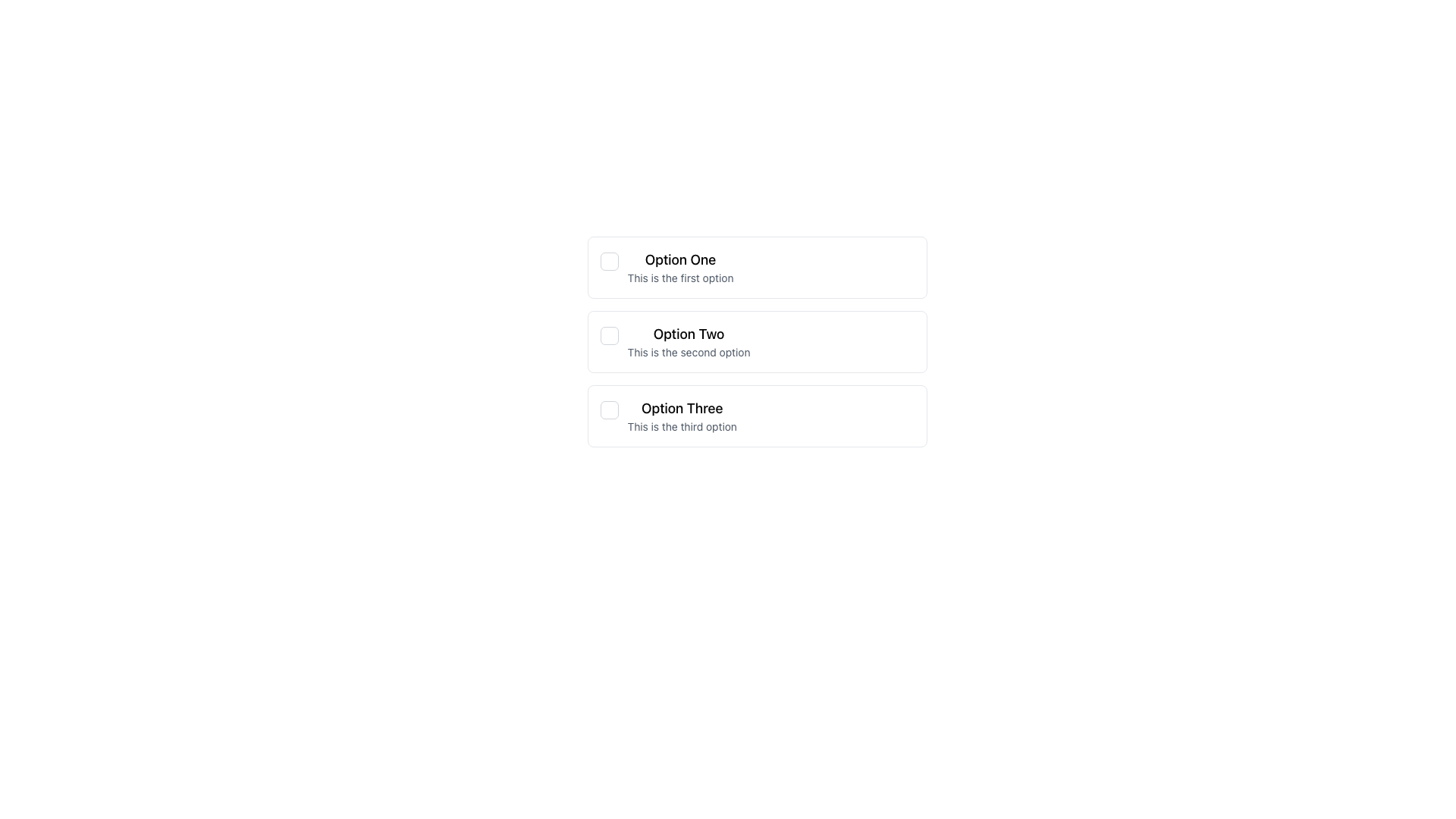 The width and height of the screenshot is (1456, 819). I want to click on the text label that represents the third selectable option in the vertical list of components, so click(681, 408).